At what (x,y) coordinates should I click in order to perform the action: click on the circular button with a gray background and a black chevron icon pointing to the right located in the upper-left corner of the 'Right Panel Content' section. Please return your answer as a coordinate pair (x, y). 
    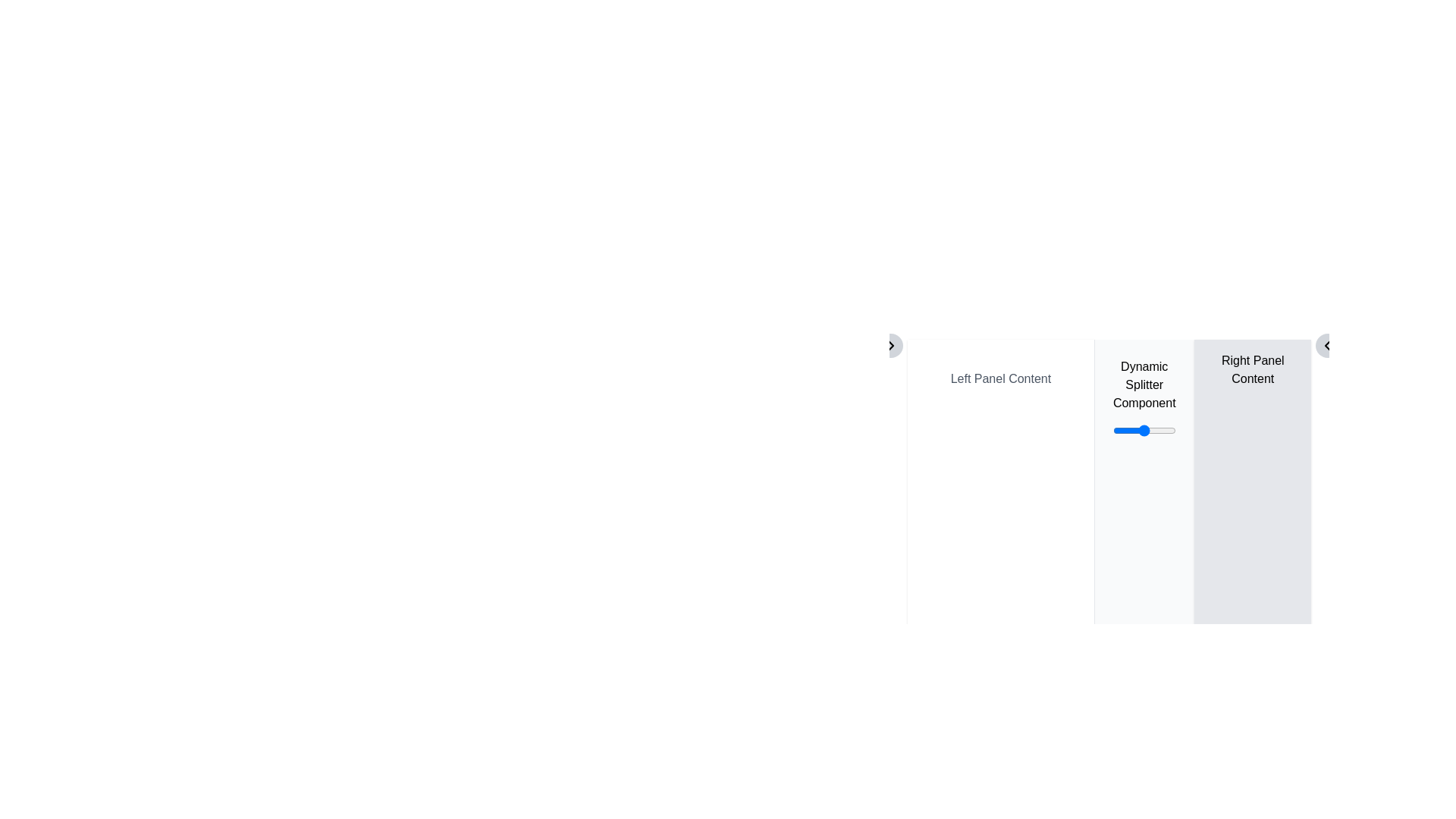
    Looking at the image, I should click on (891, 345).